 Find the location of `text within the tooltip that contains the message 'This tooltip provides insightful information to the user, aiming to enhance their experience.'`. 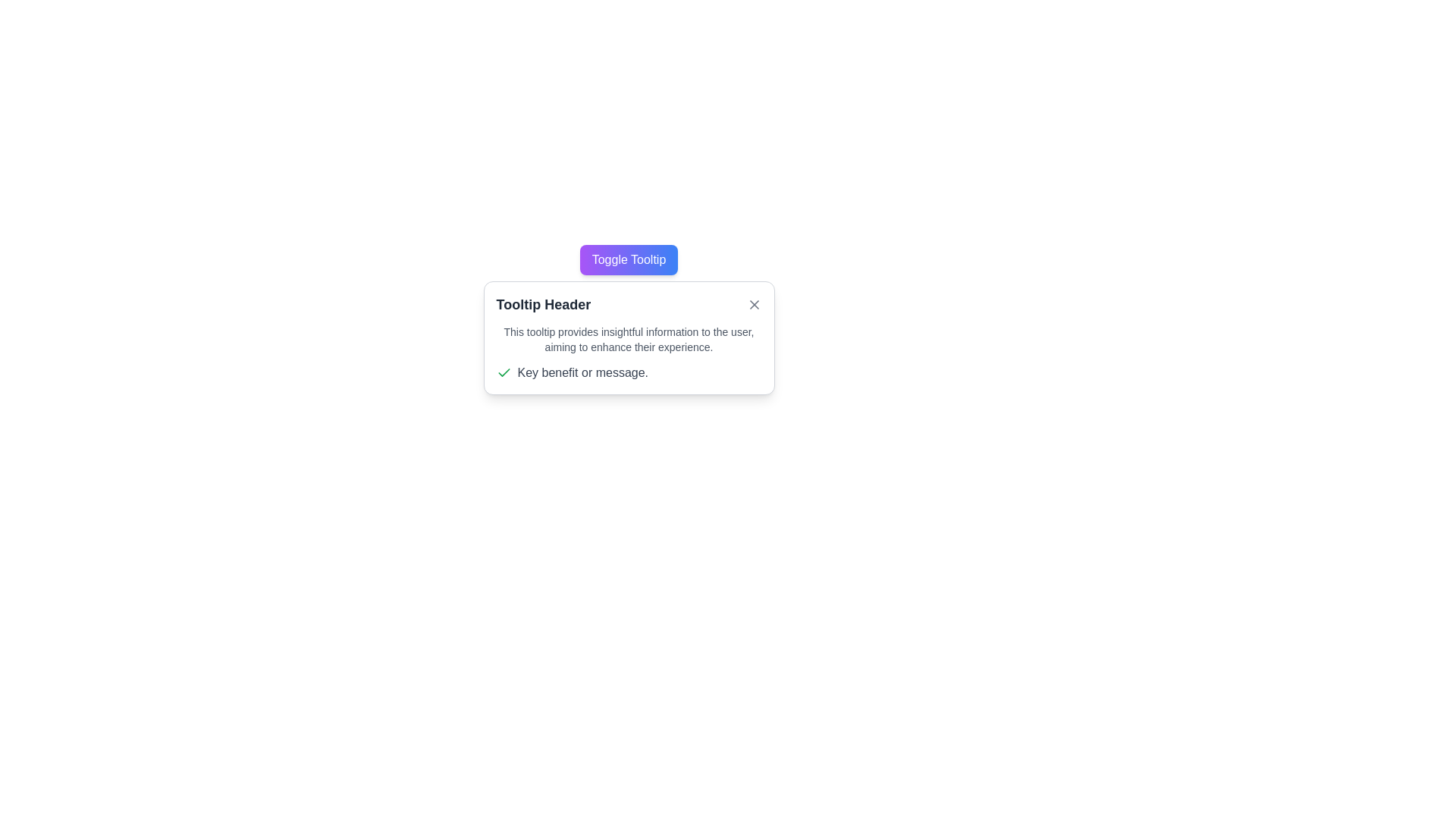

text within the tooltip that contains the message 'This tooltip provides insightful information to the user, aiming to enhance their experience.' is located at coordinates (629, 338).